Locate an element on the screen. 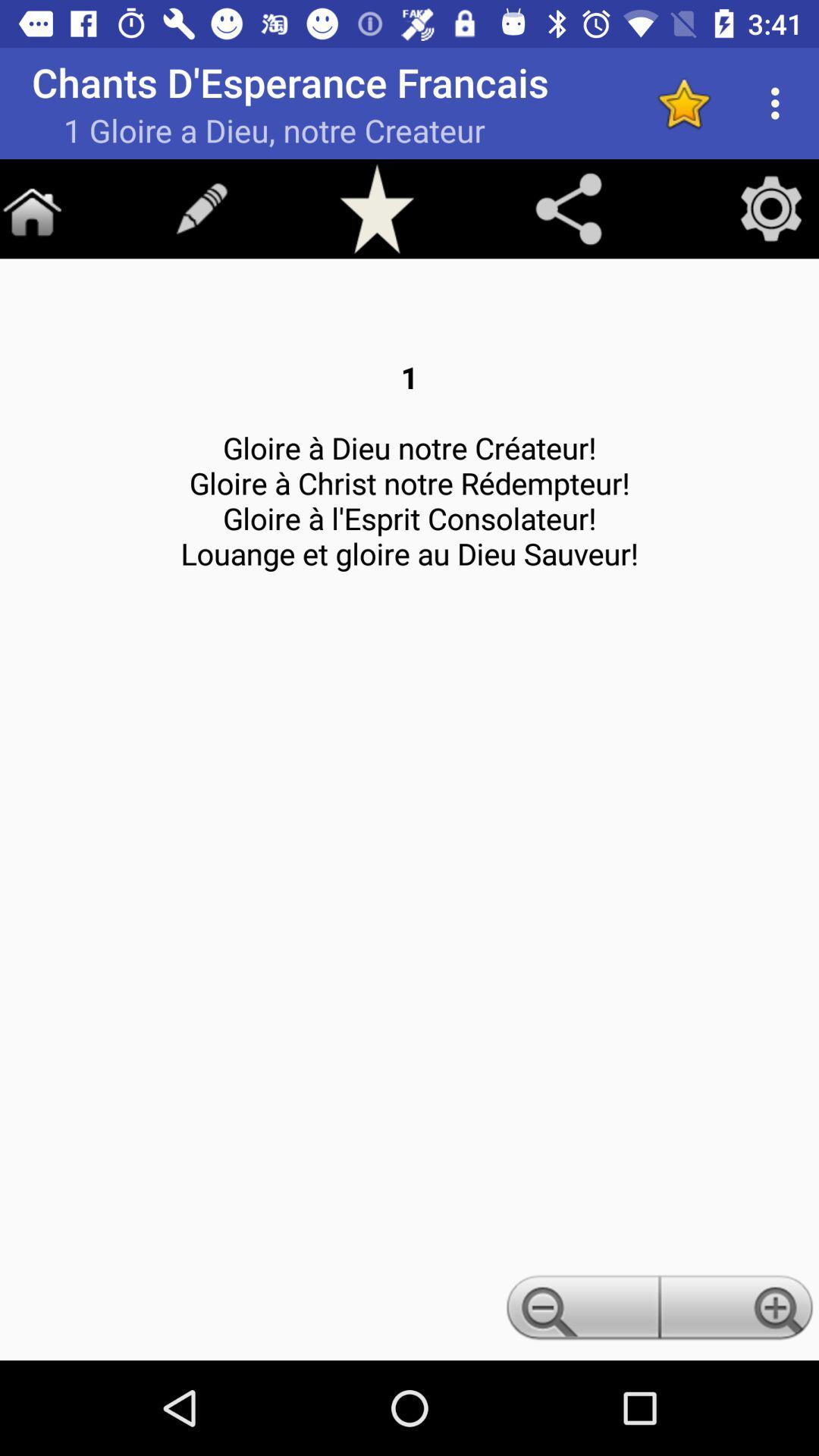 The width and height of the screenshot is (819, 1456). share contact is located at coordinates (568, 208).